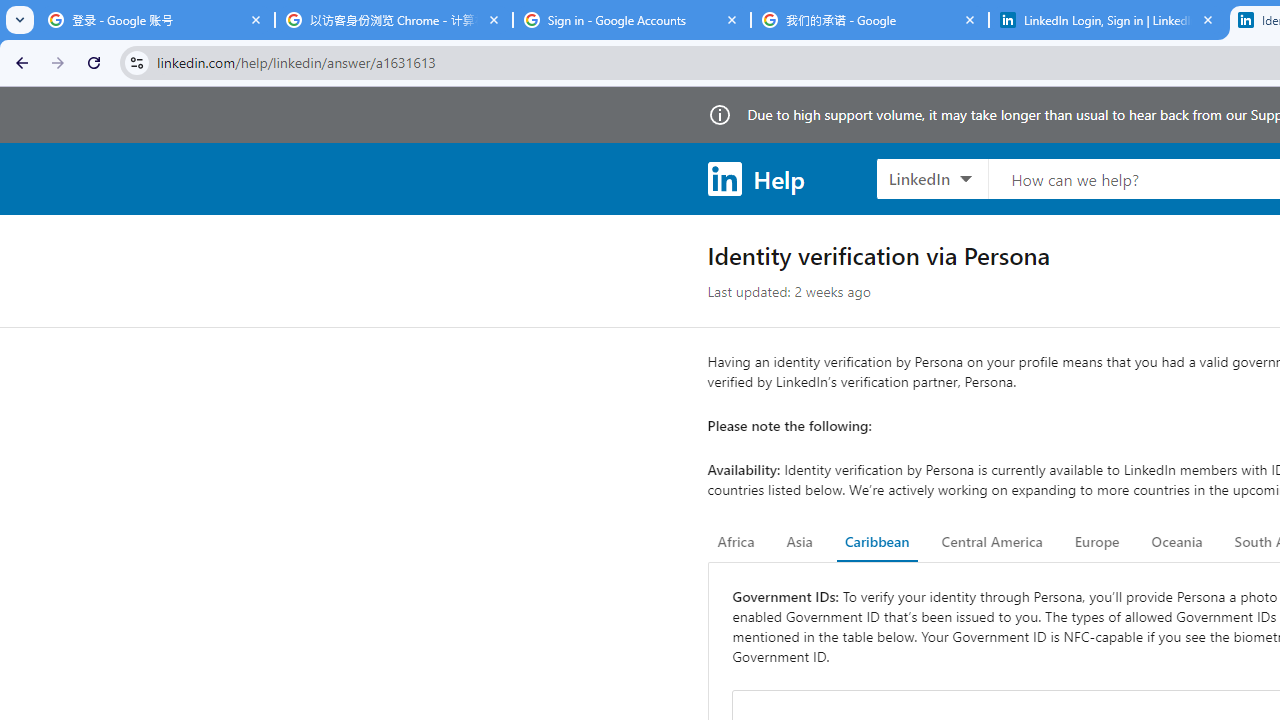 The height and width of the screenshot is (720, 1280). What do you see at coordinates (631, 20) in the screenshot?
I see `'Sign in - Google Accounts'` at bounding box center [631, 20].